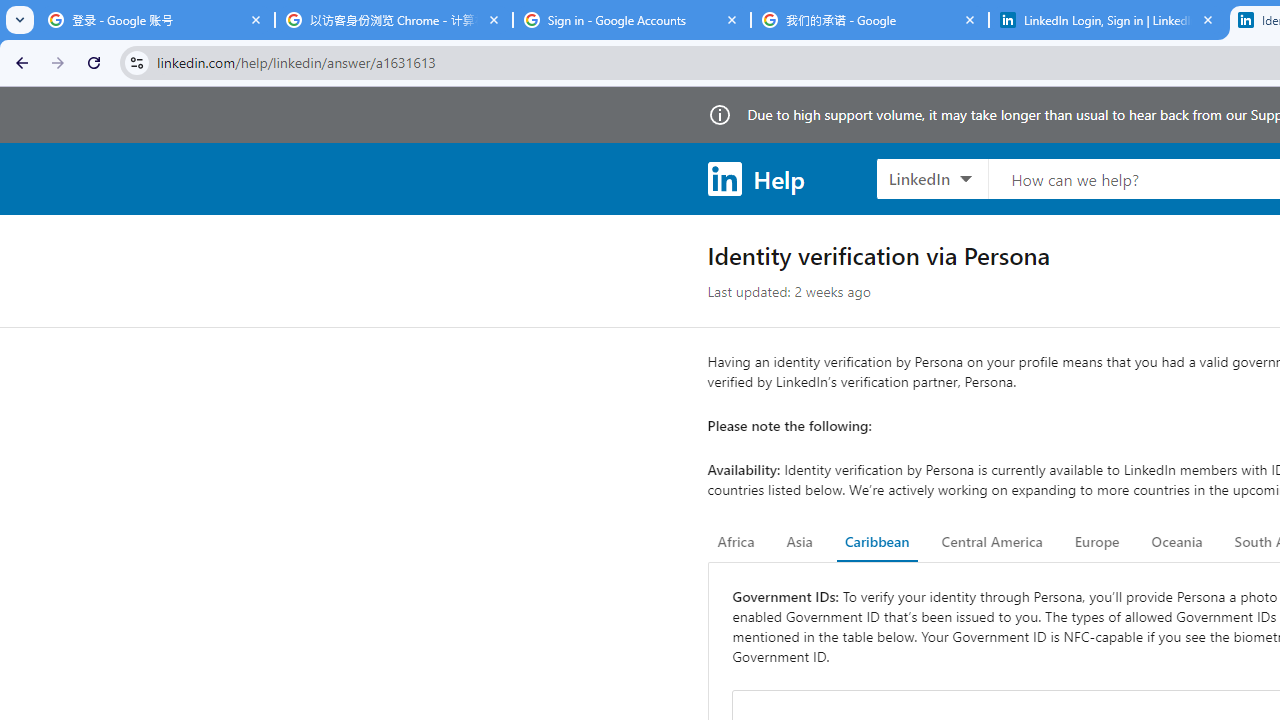 The height and width of the screenshot is (720, 1280). What do you see at coordinates (631, 20) in the screenshot?
I see `'Sign in - Google Accounts'` at bounding box center [631, 20].